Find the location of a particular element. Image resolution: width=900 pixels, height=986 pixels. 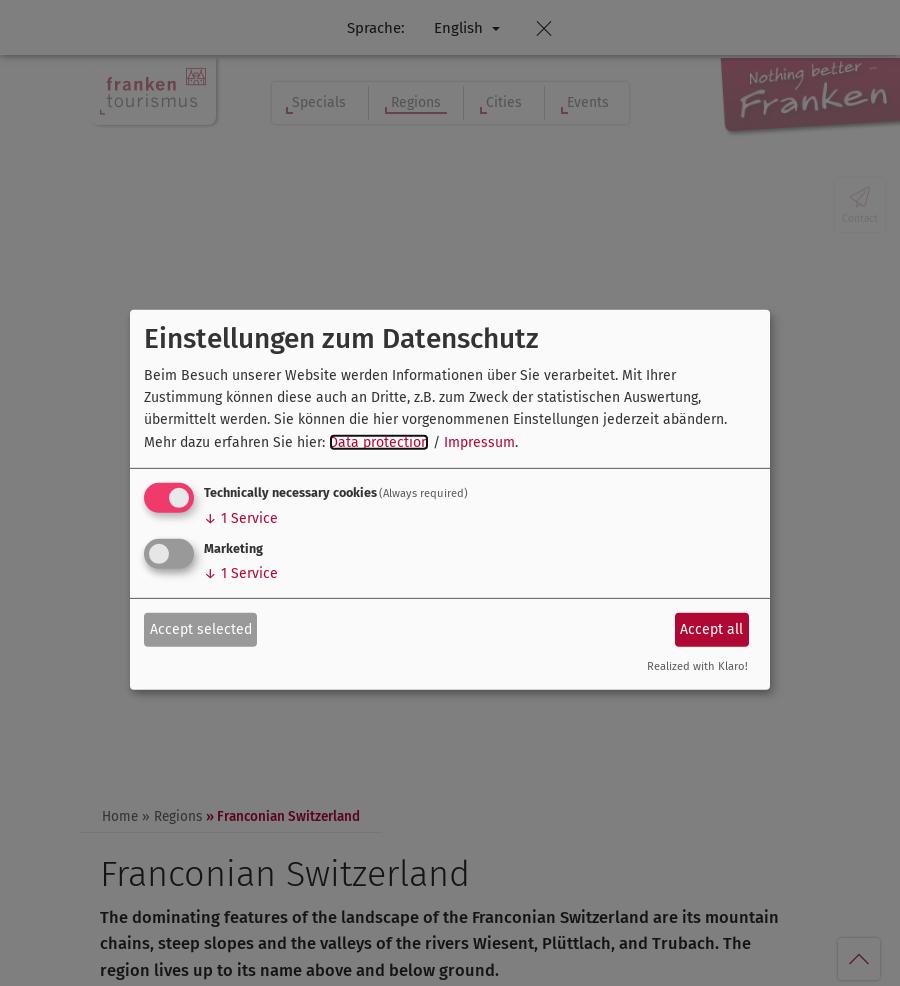

'English' is located at coordinates (432, 26).